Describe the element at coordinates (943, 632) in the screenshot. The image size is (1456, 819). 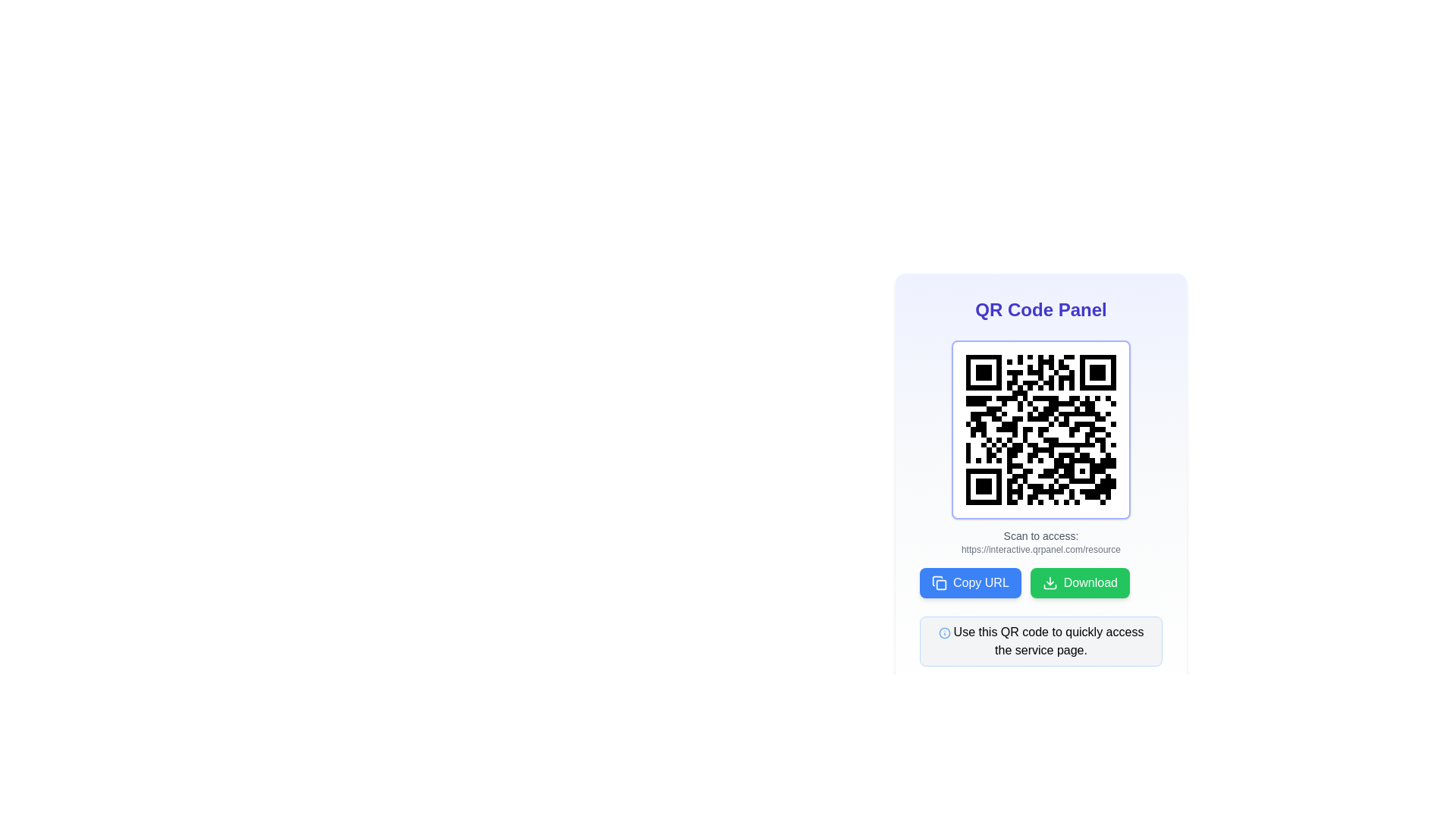
I see `the graphical circle within the information icon located at the top-right corner of the QR code panel to identify related information` at that location.